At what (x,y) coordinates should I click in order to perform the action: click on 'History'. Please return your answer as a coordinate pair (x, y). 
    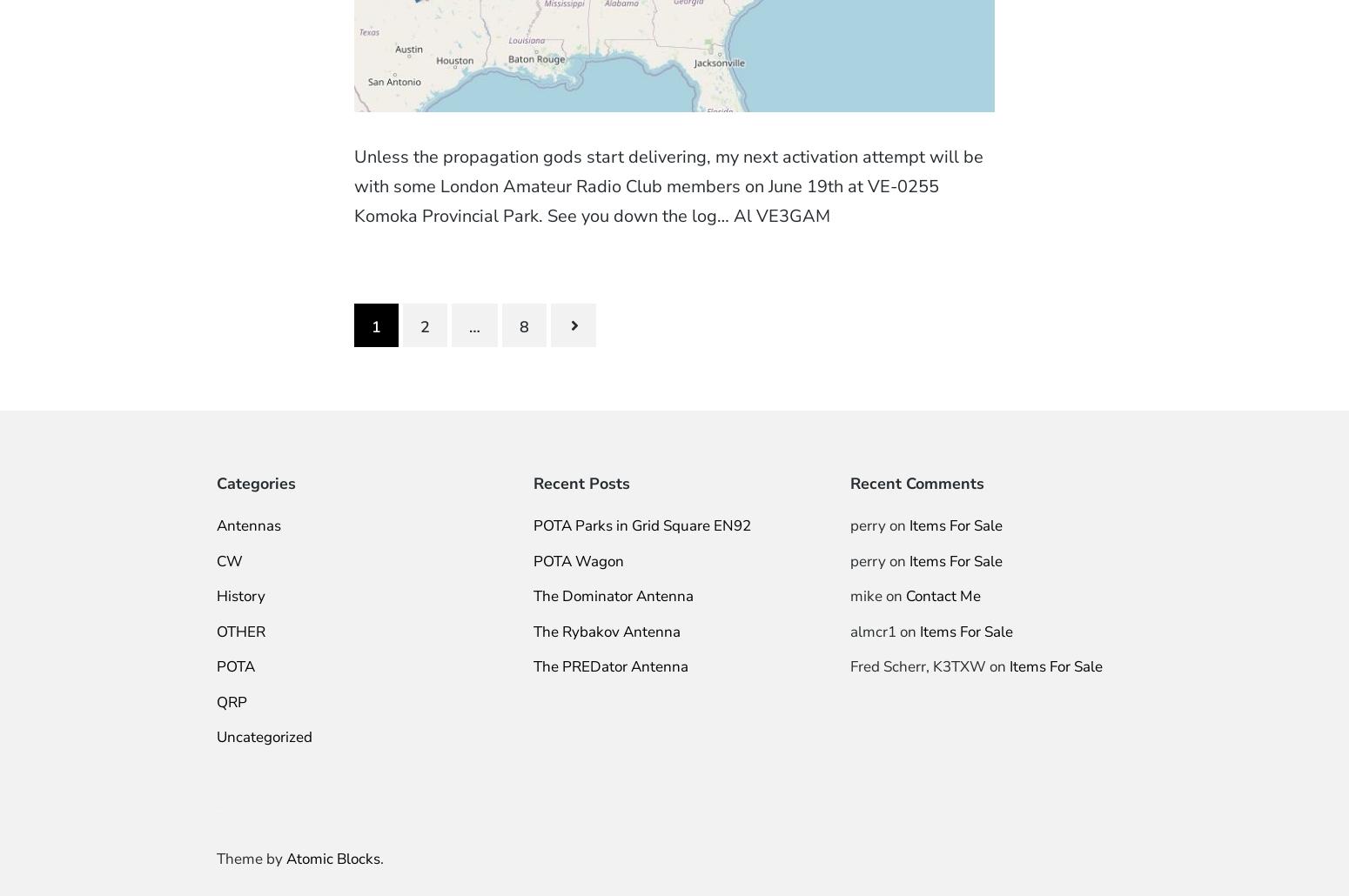
    Looking at the image, I should click on (240, 595).